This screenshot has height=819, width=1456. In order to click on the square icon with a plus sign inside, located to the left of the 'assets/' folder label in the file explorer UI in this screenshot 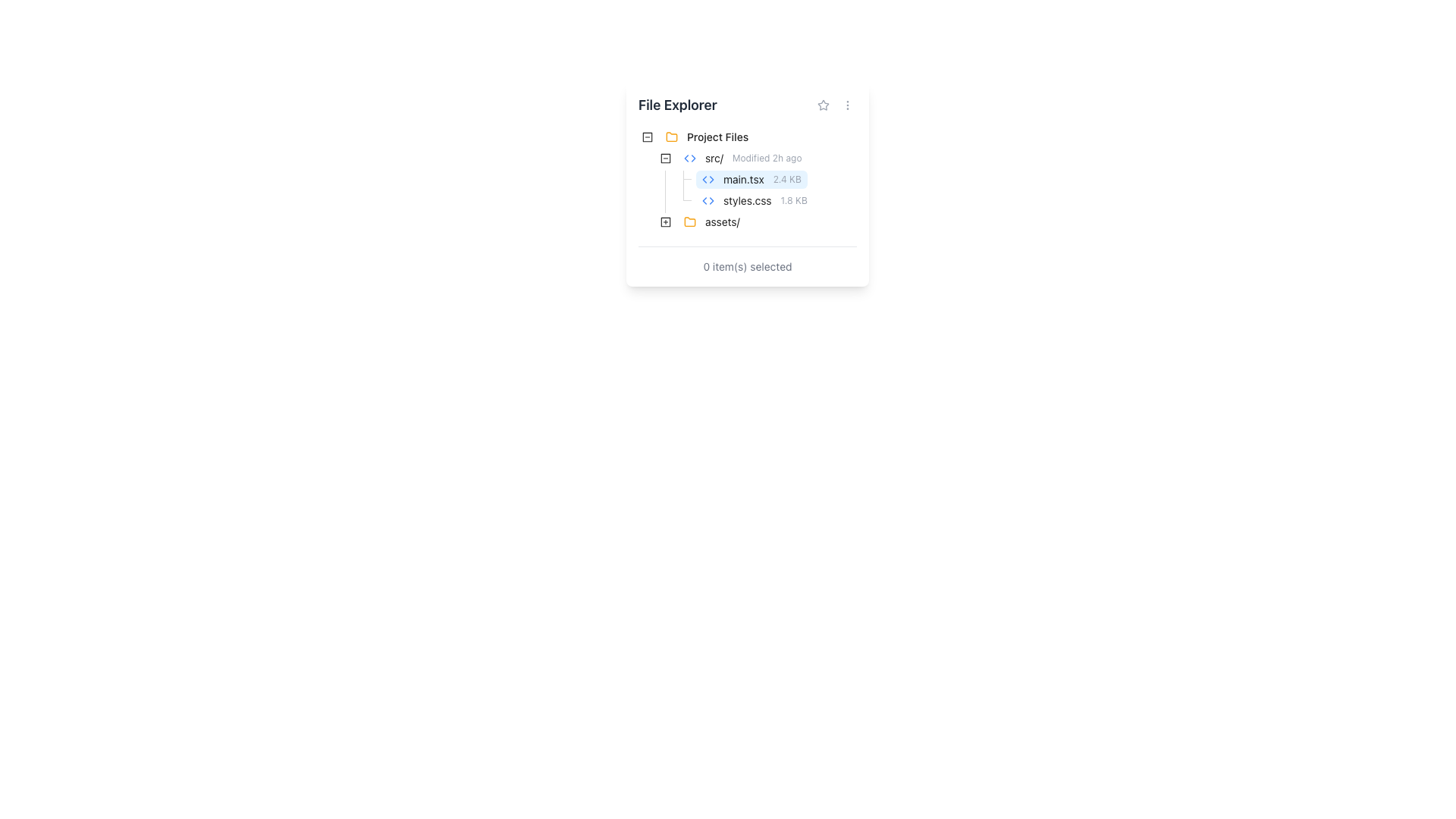, I will do `click(666, 222)`.